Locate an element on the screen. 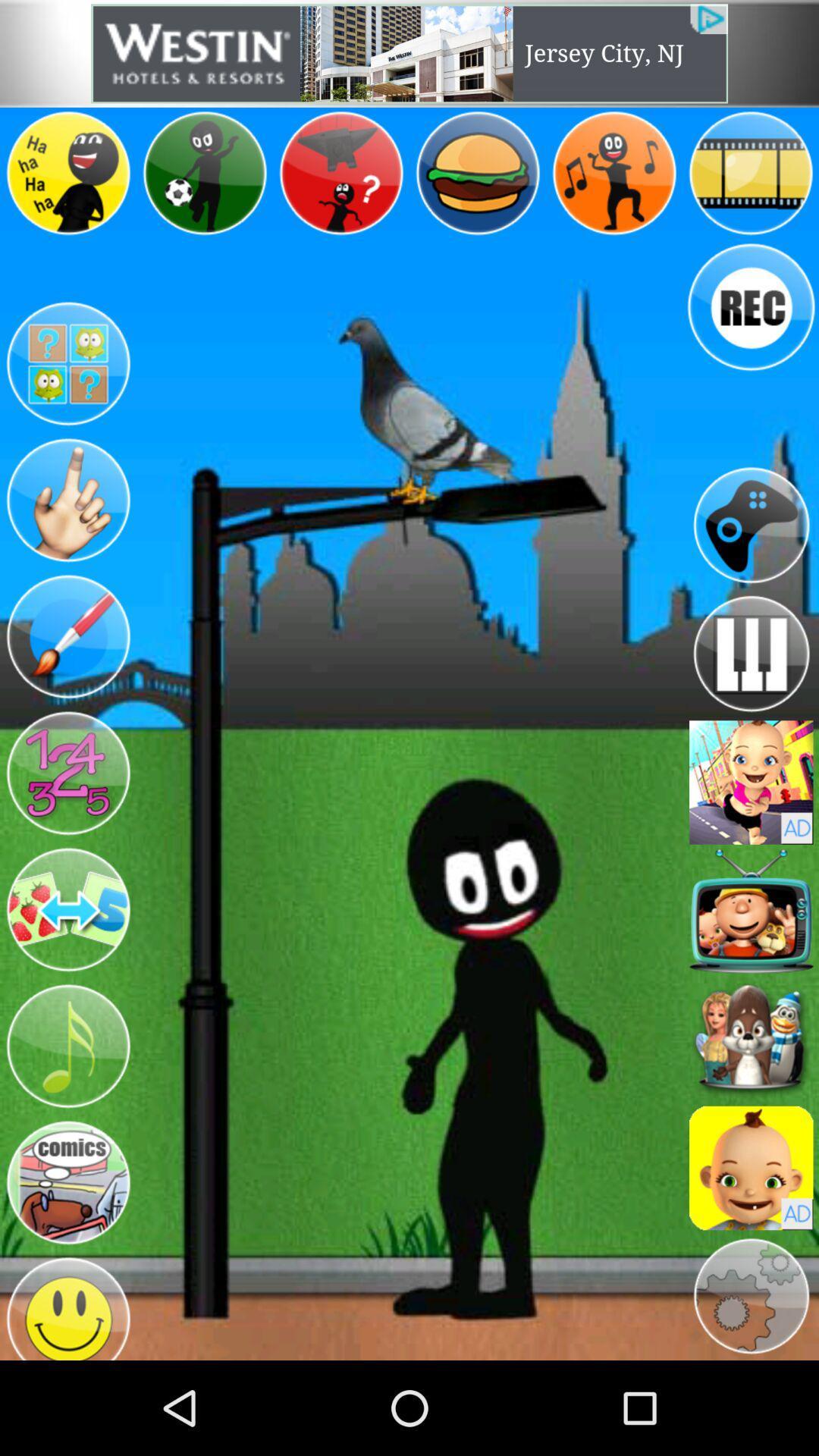 Image resolution: width=819 pixels, height=1456 pixels. the edit icon is located at coordinates (67, 680).